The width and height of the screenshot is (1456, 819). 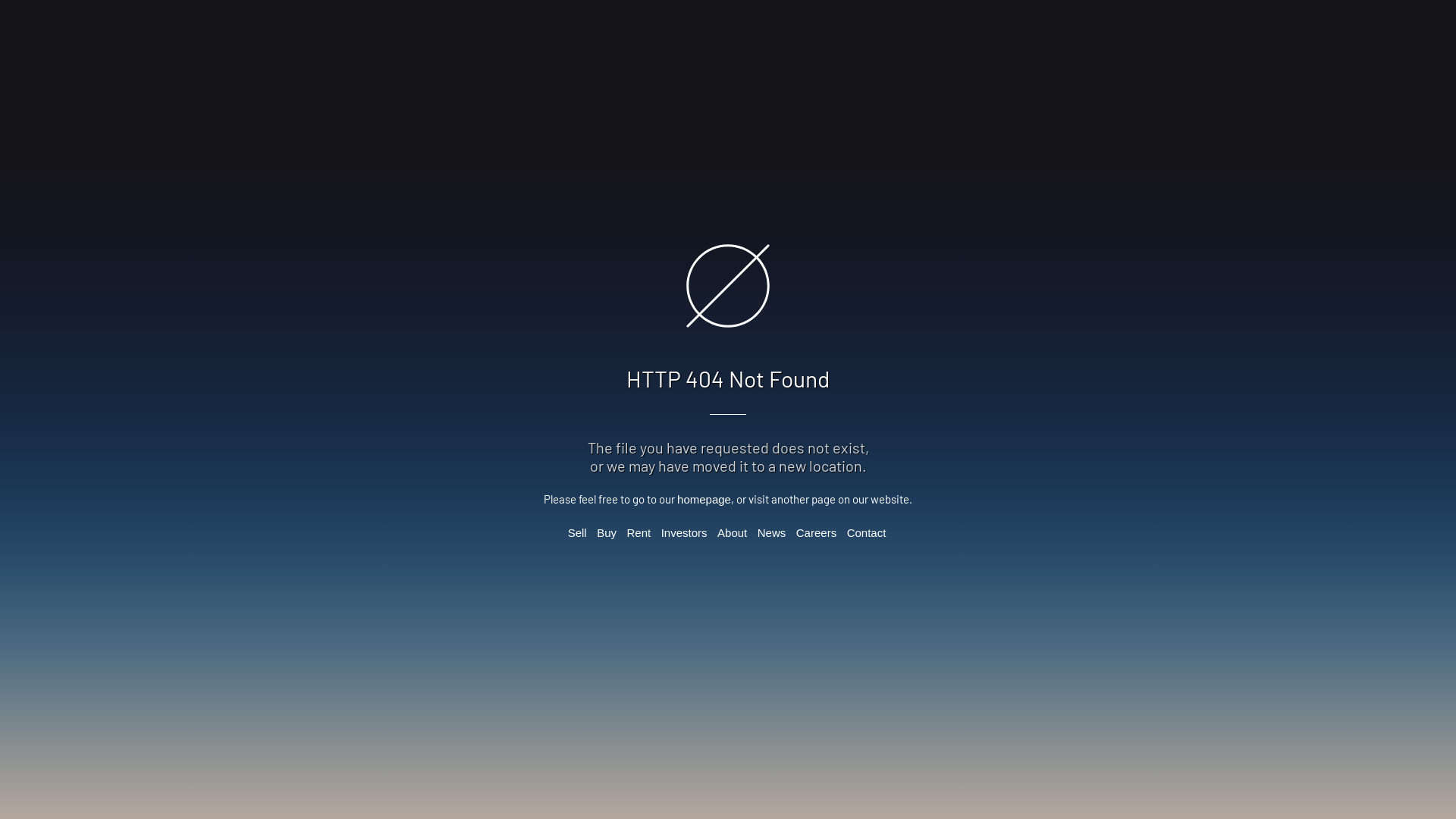 I want to click on 'News', so click(x=757, y=532).